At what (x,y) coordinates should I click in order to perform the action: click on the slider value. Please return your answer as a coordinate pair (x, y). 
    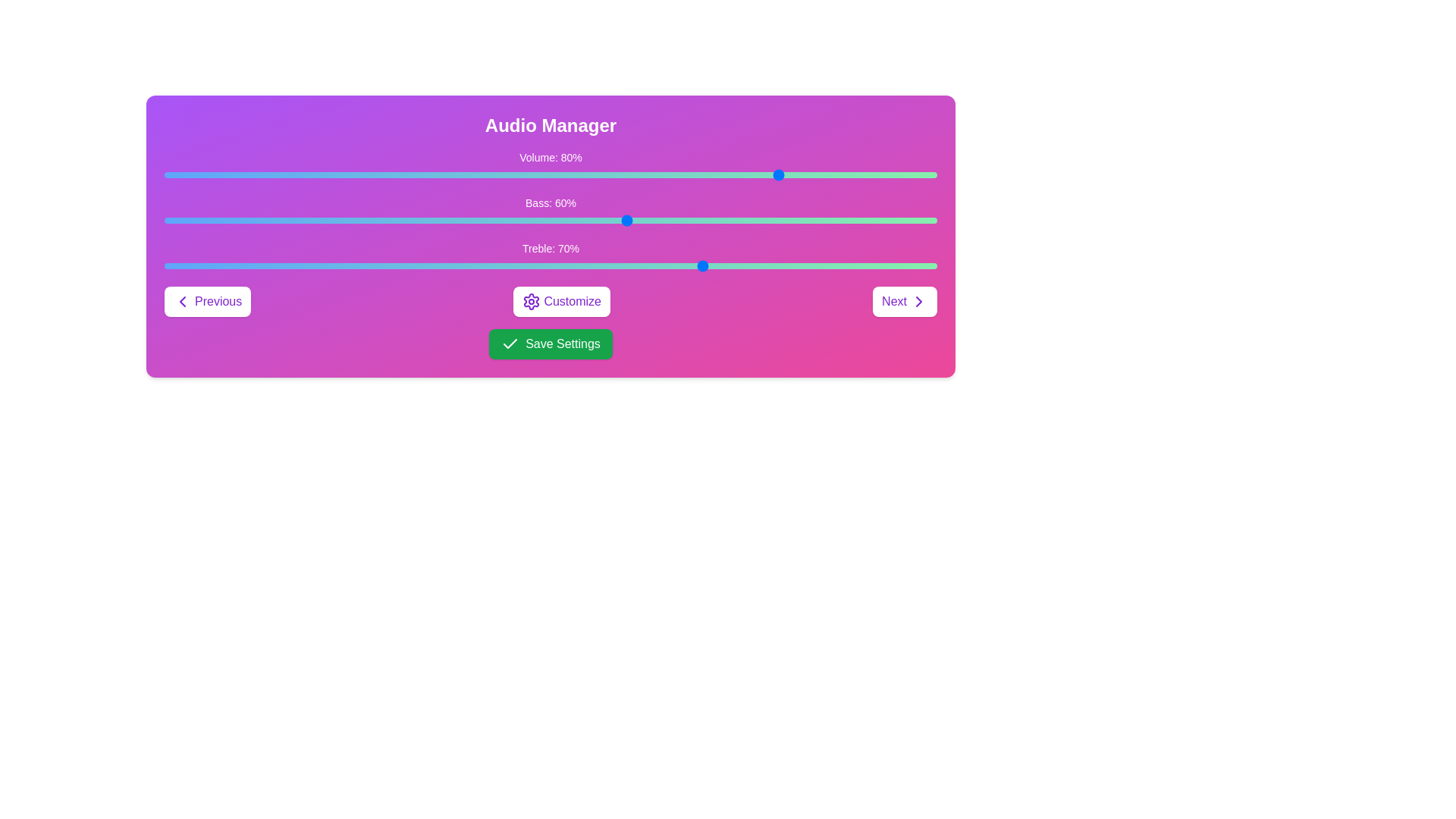
    Looking at the image, I should click on (257, 174).